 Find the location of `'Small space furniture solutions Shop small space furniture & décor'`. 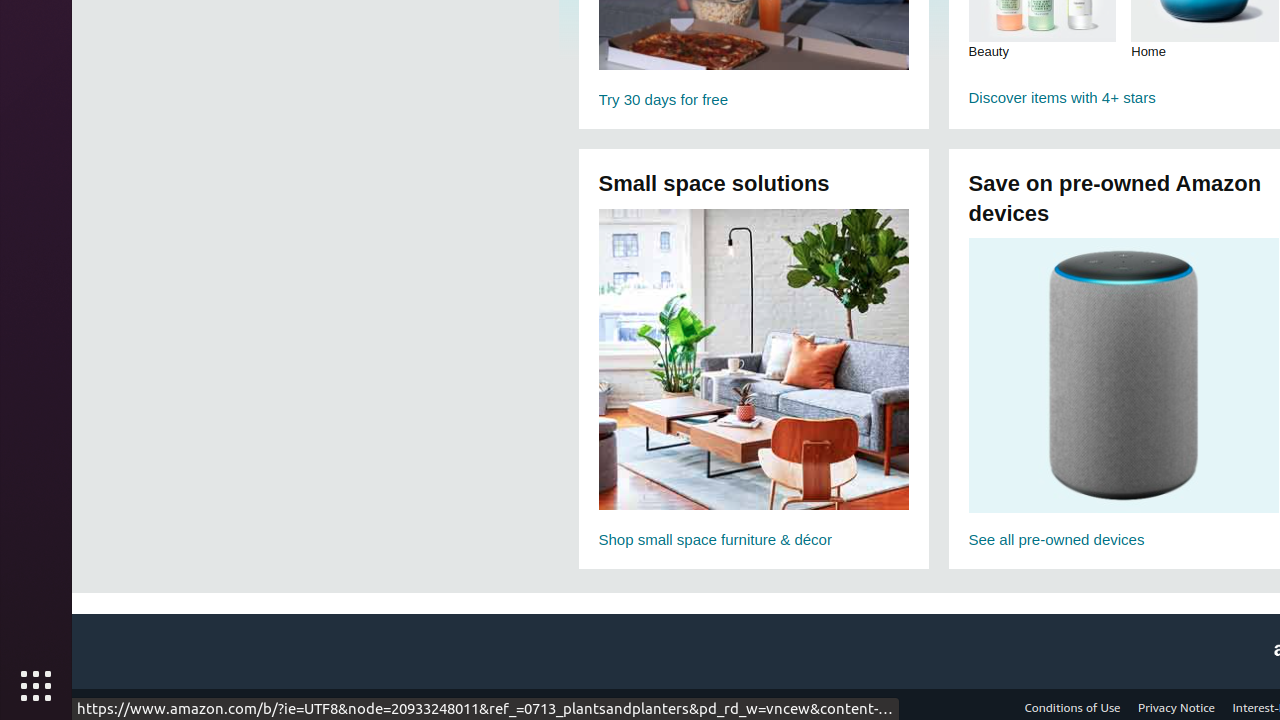

'Small space furniture solutions Shop small space furniture & décor' is located at coordinates (752, 381).